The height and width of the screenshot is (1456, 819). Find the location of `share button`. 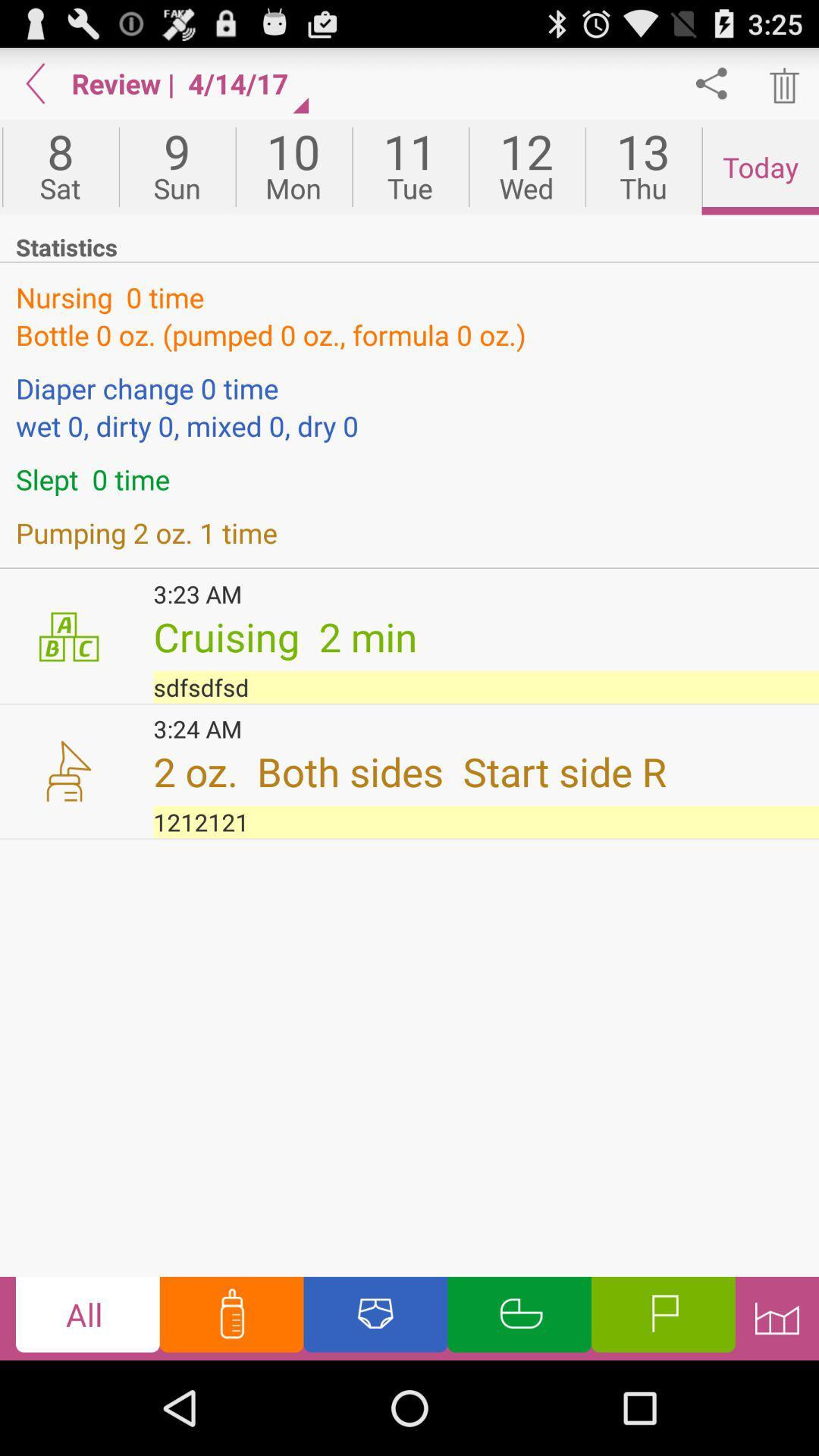

share button is located at coordinates (711, 83).